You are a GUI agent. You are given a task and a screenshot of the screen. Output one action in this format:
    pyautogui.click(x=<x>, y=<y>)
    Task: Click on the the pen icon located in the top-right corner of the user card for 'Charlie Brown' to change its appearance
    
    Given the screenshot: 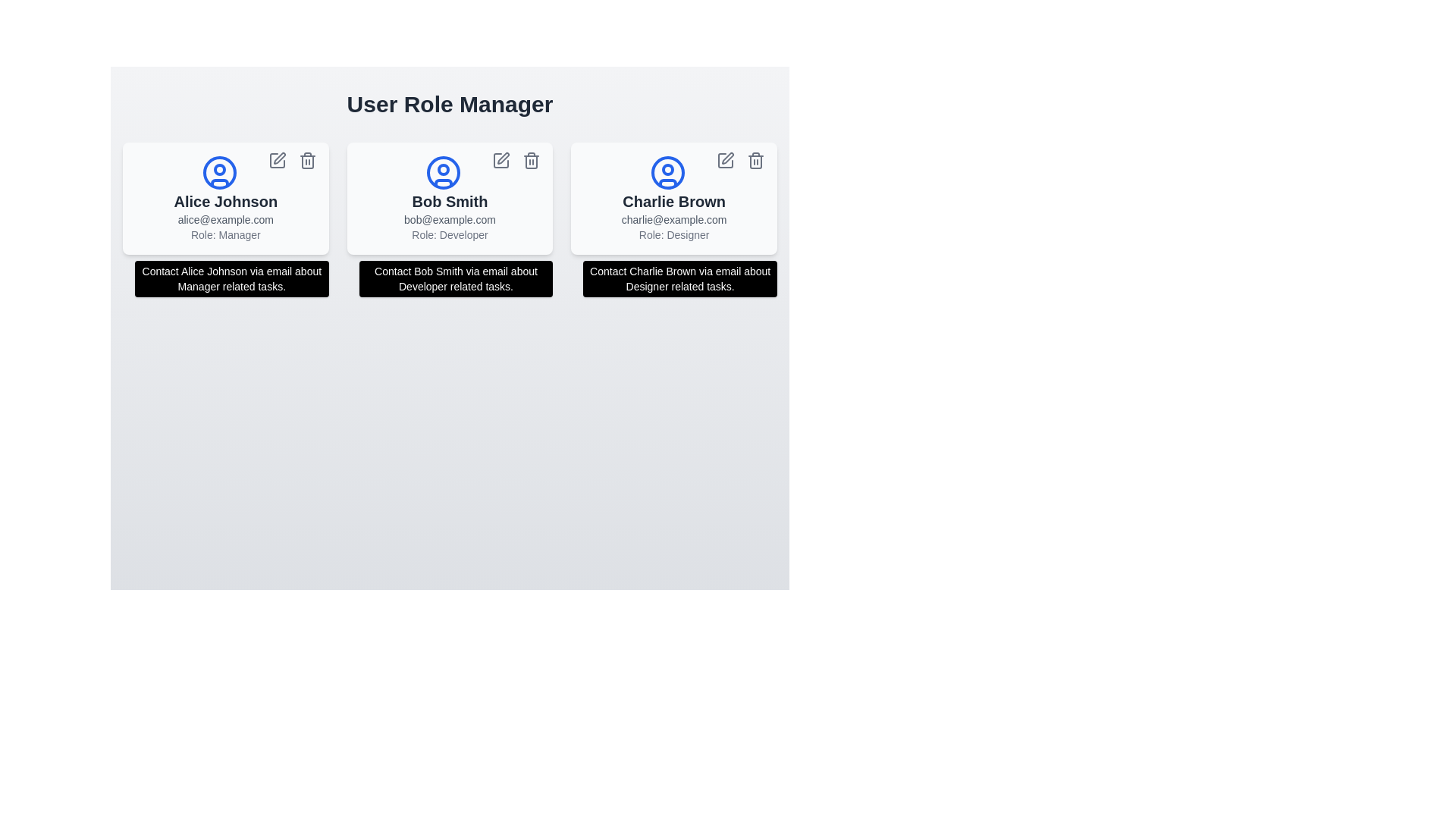 What is the action you would take?
    pyautogui.click(x=724, y=161)
    